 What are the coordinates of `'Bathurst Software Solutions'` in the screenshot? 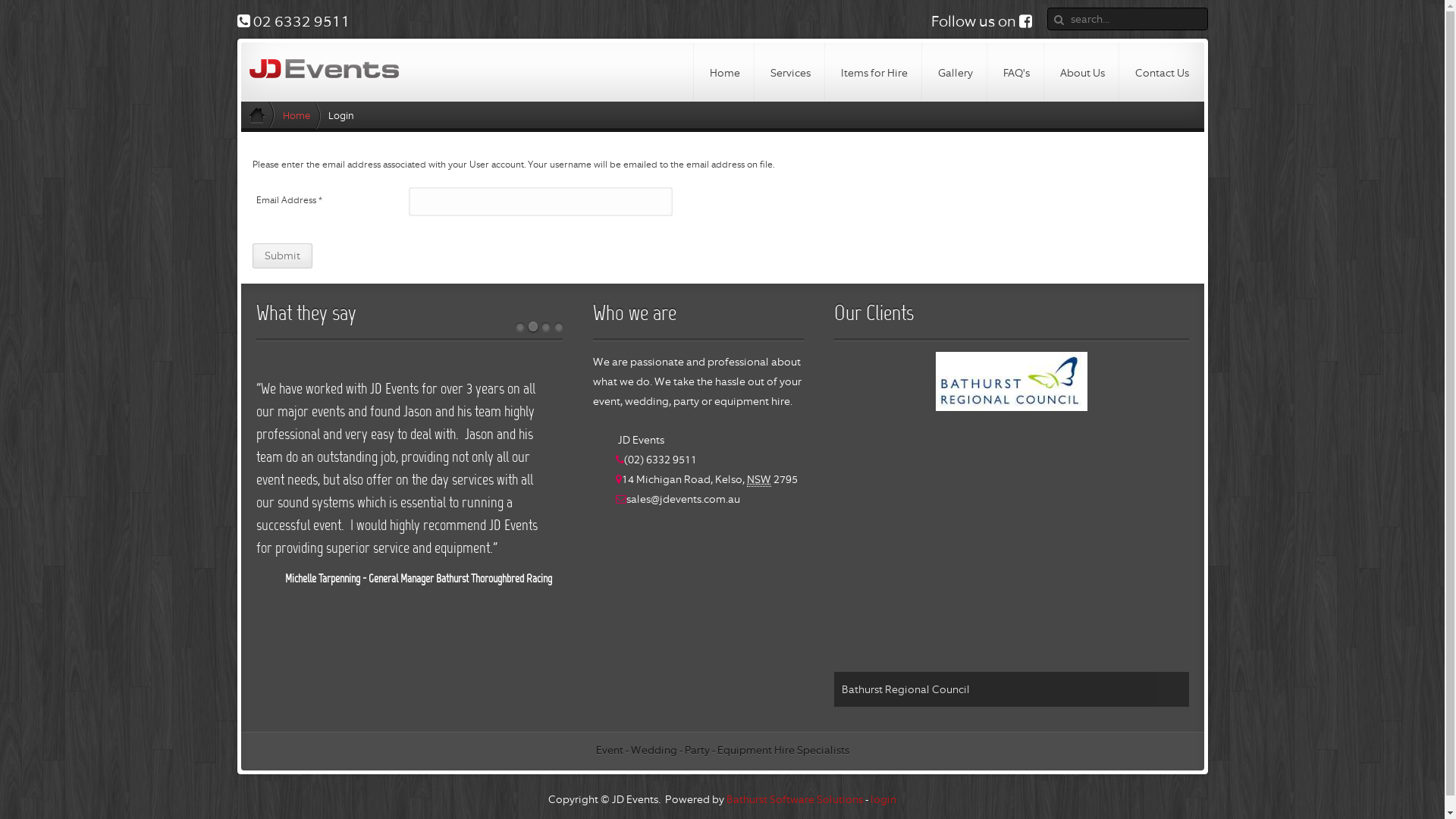 It's located at (793, 798).